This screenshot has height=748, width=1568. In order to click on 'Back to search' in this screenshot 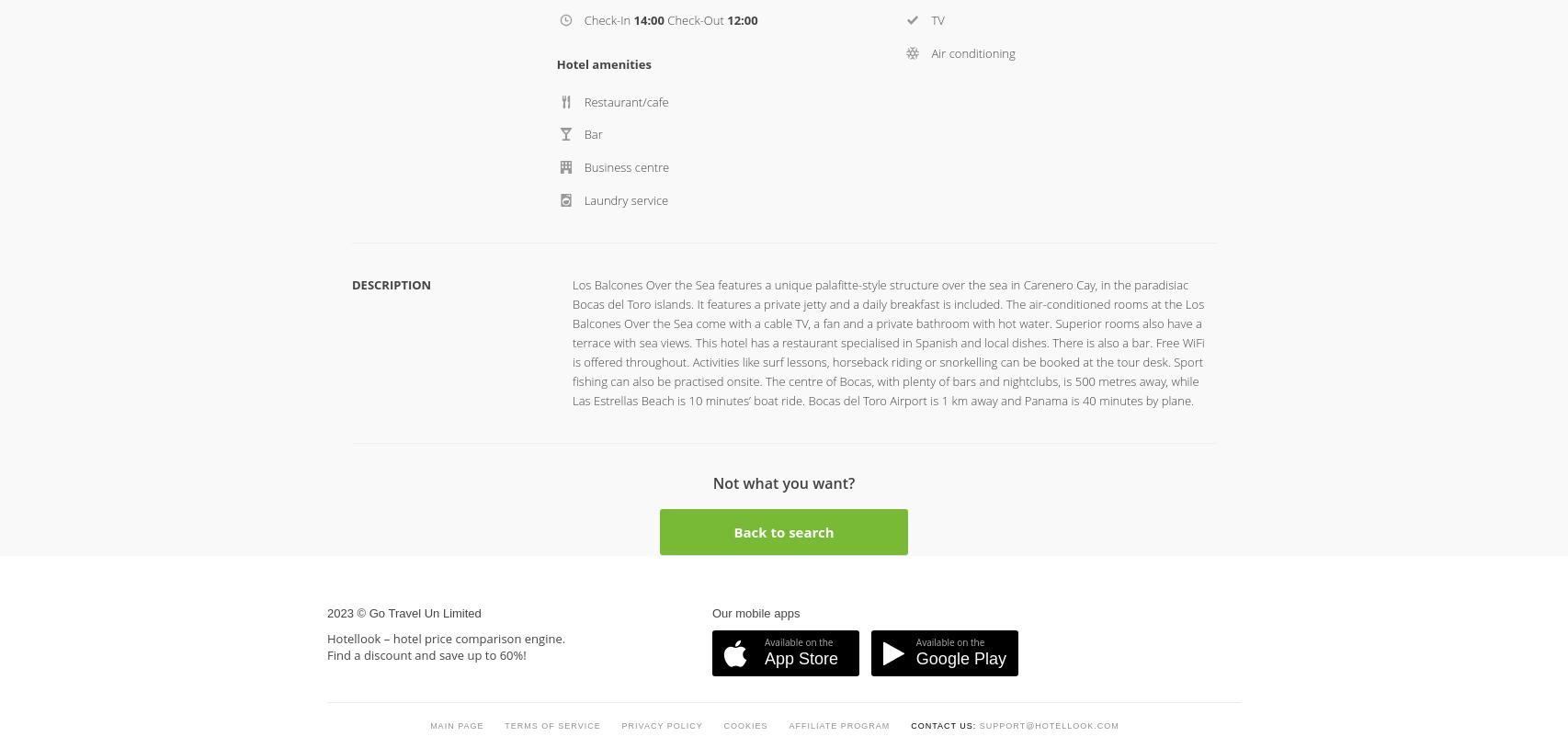, I will do `click(782, 153)`.